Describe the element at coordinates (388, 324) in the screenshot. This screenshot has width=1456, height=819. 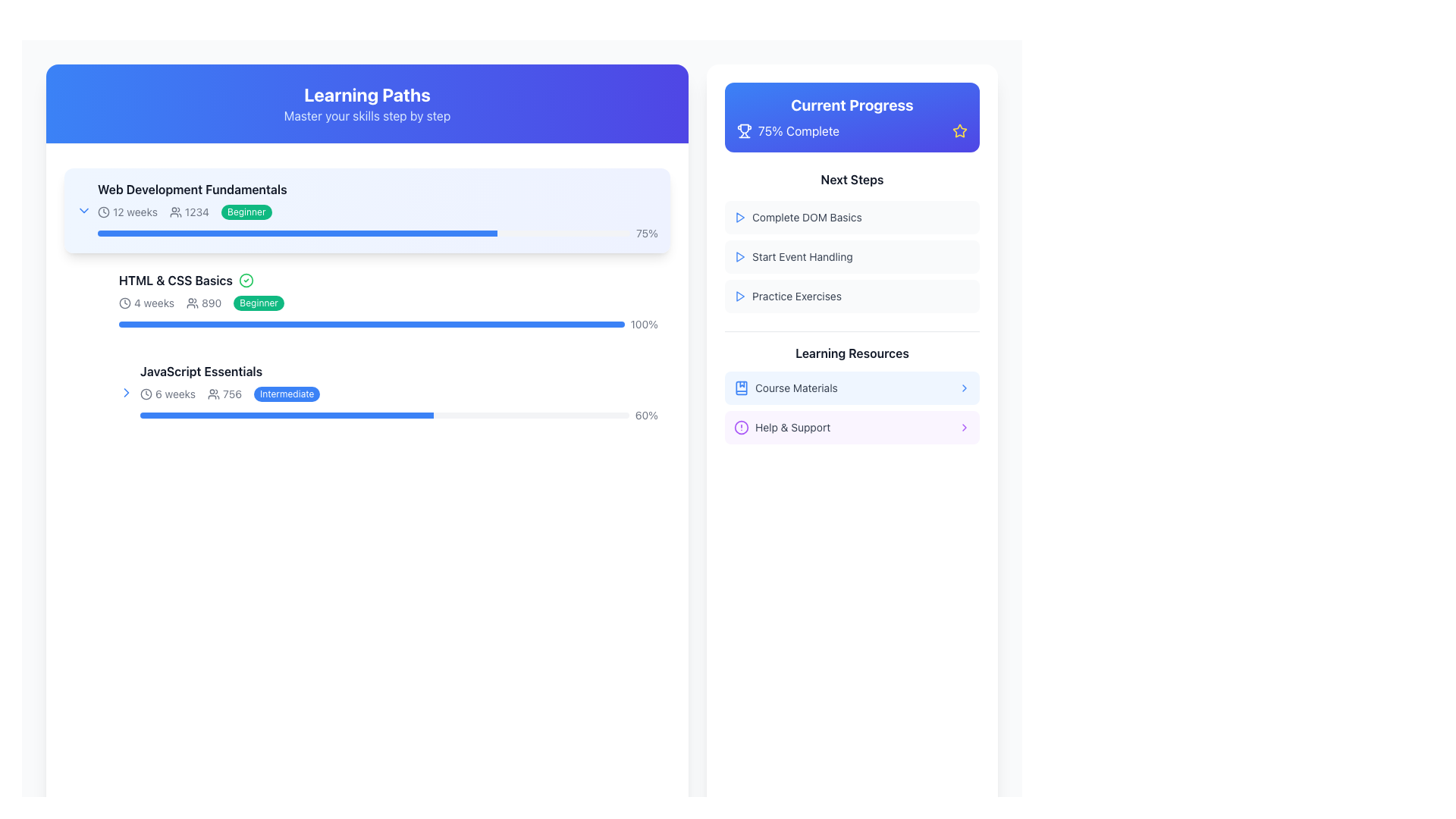
I see `the progress bar that visually represents the user's progress in the 'HTML & CSS Basics' course, located within the 'Learning Paths: Master your skills step by step' section` at that location.